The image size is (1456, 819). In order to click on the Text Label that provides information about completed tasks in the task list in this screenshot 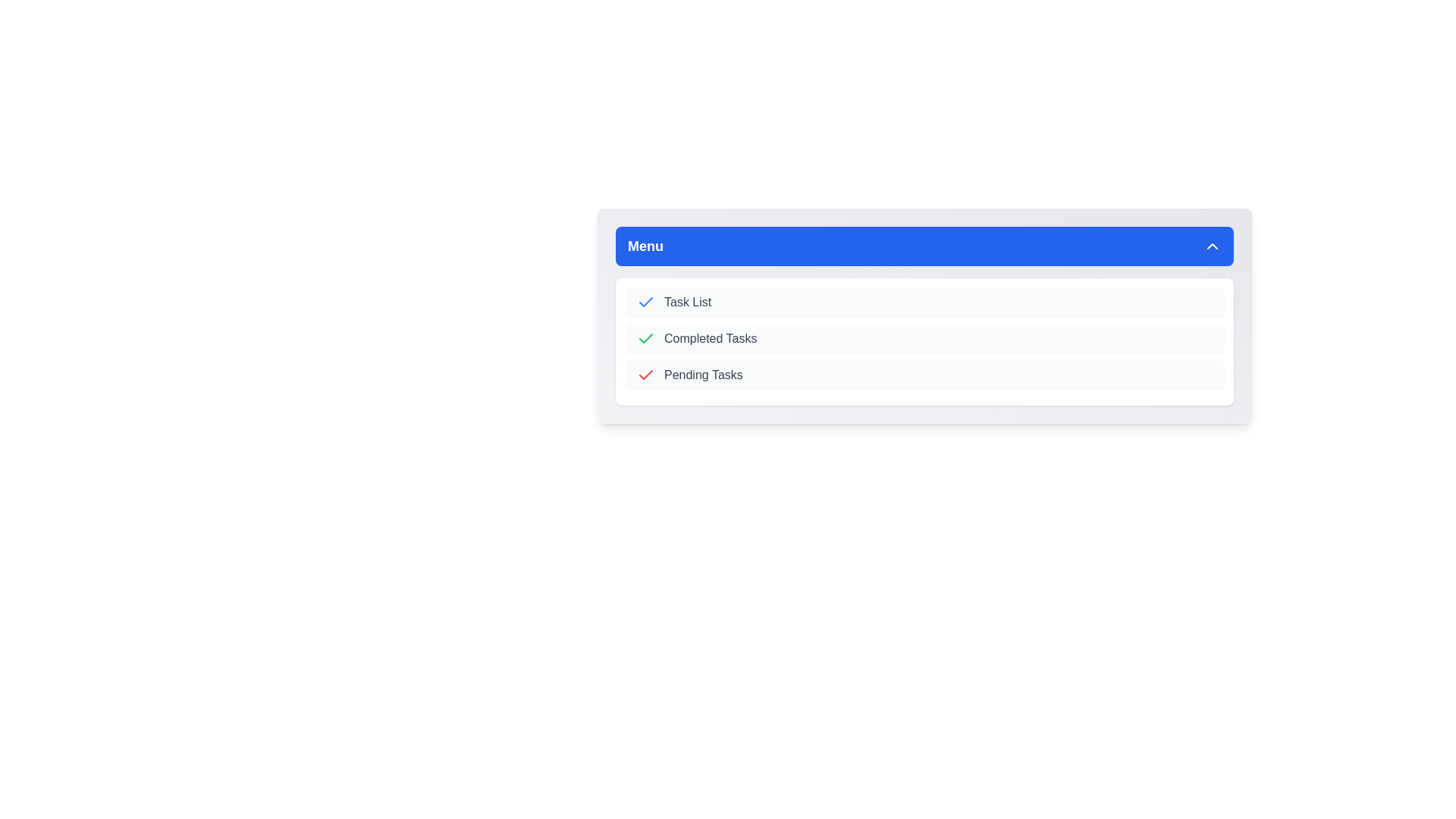, I will do `click(710, 338)`.